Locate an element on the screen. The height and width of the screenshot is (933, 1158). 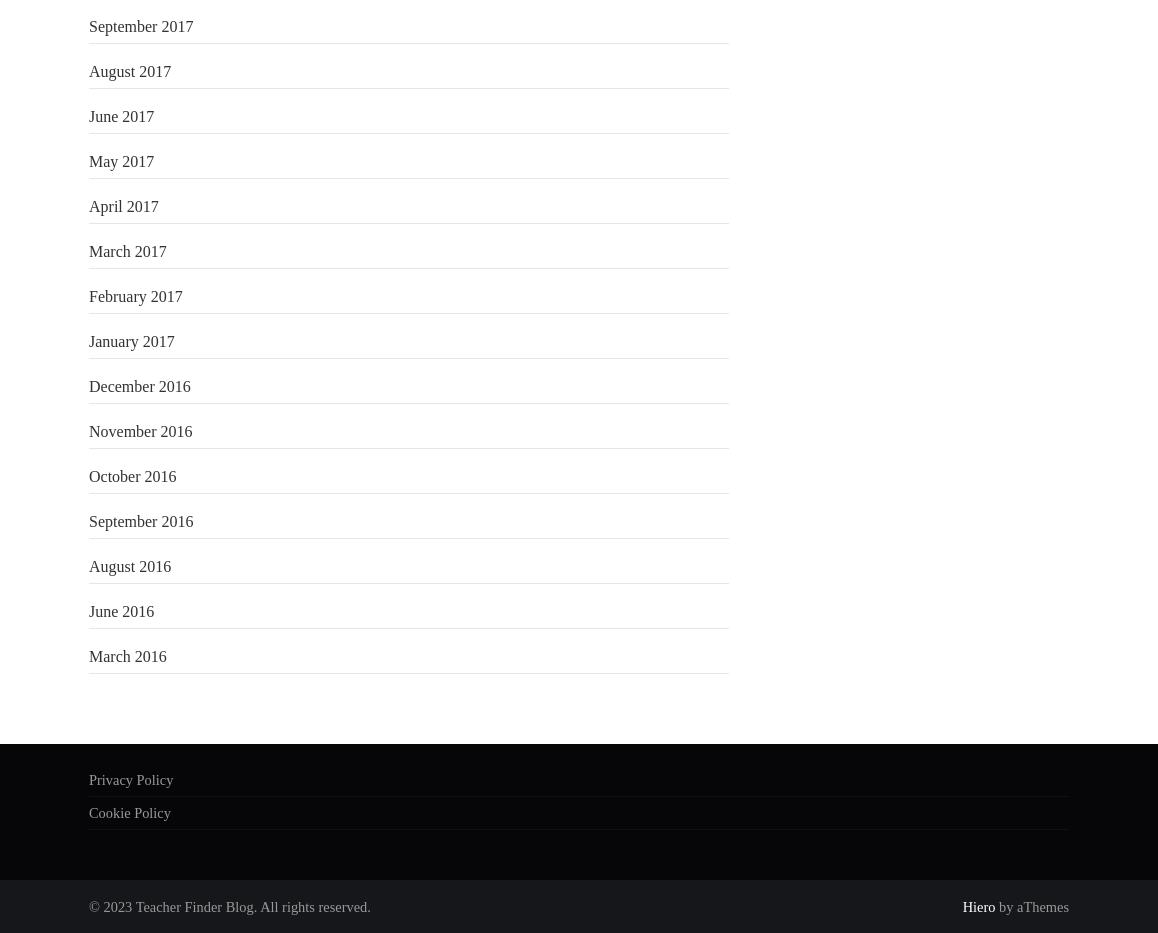
'April 2017' is located at coordinates (89, 205).